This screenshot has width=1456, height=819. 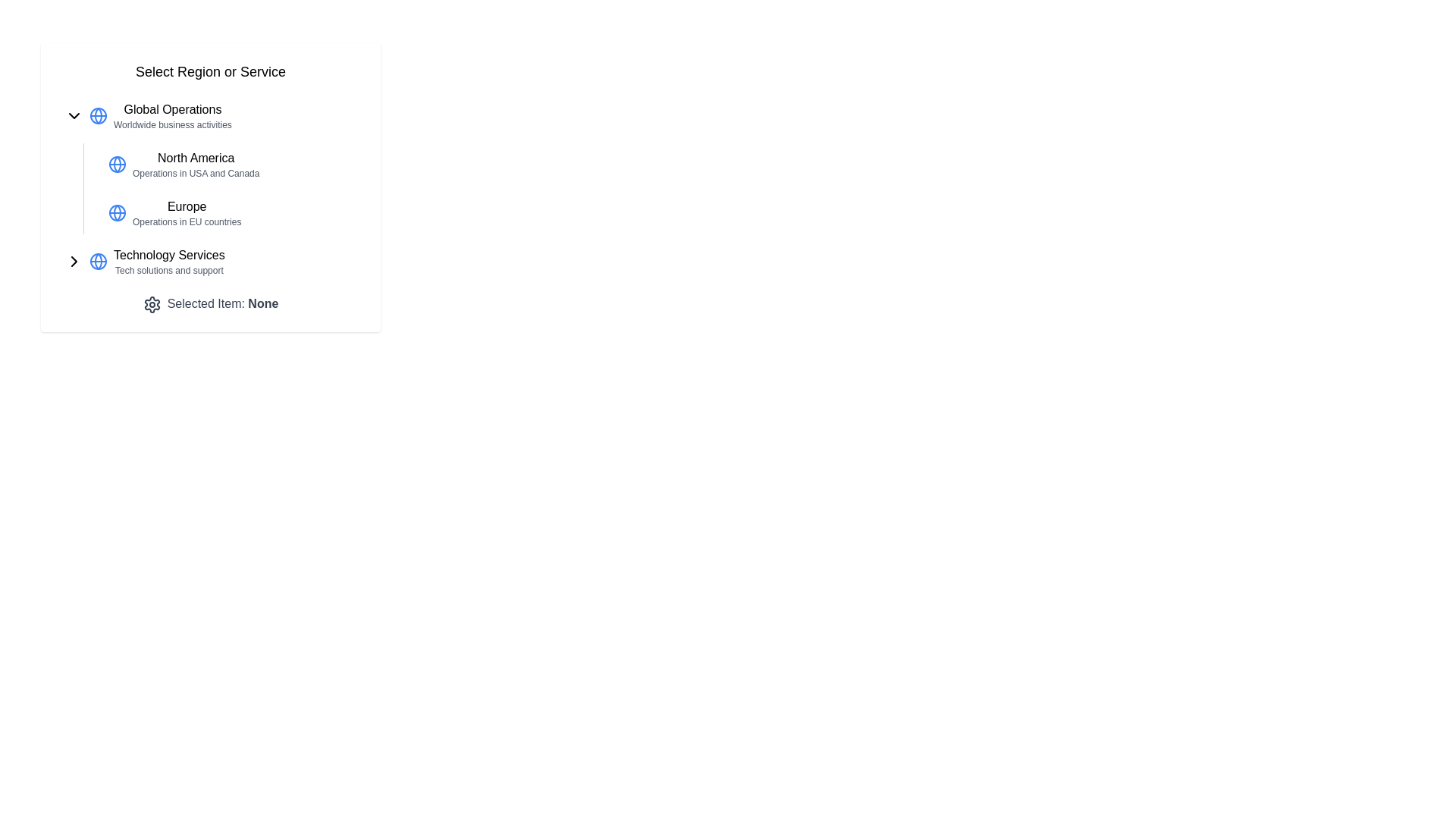 I want to click on the globe icon's latitude or longitude lines, which is part of the vector graphic representing 'Global Operations', so click(x=97, y=260).